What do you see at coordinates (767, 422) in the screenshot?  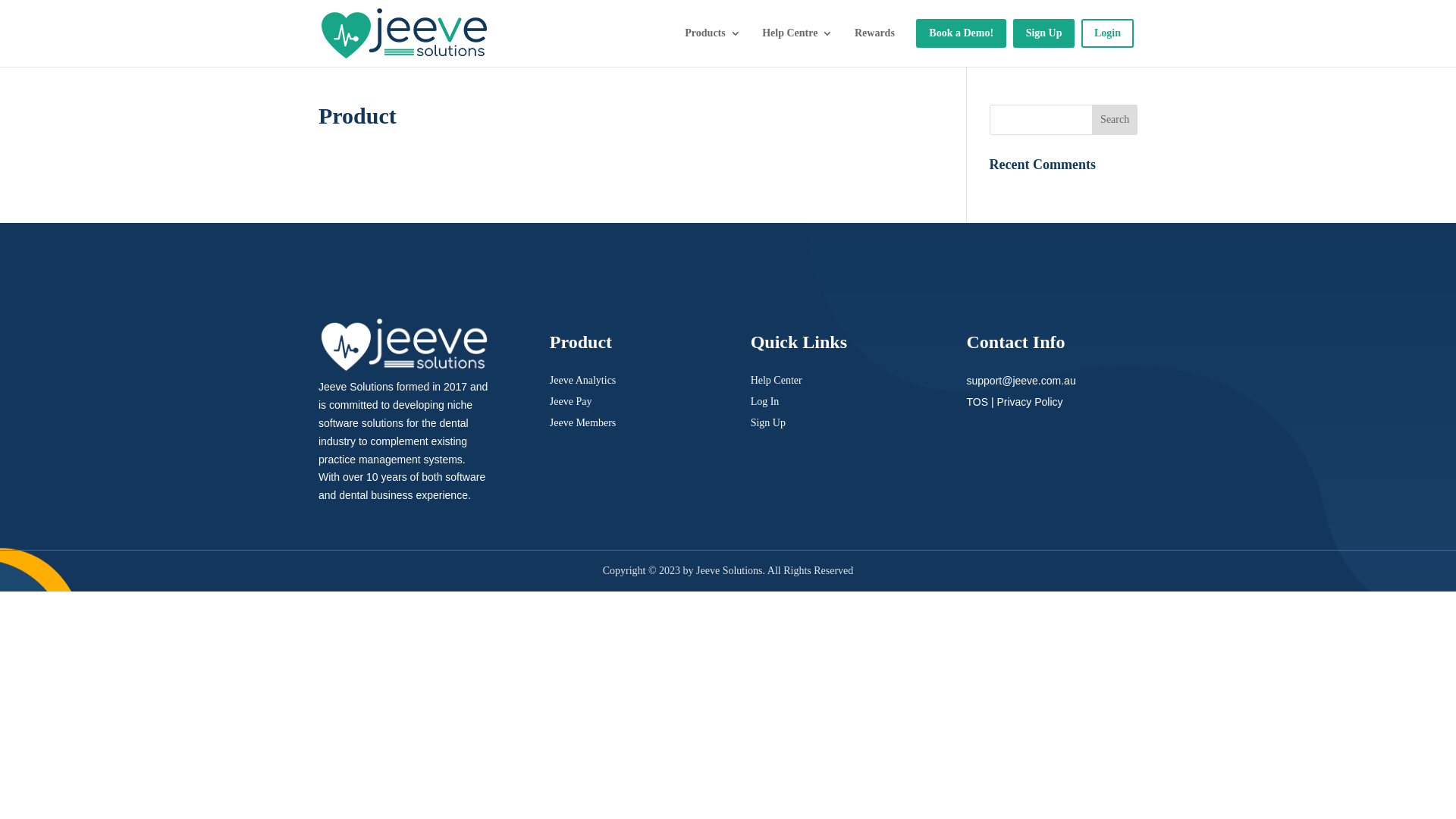 I see `'Sign Up'` at bounding box center [767, 422].